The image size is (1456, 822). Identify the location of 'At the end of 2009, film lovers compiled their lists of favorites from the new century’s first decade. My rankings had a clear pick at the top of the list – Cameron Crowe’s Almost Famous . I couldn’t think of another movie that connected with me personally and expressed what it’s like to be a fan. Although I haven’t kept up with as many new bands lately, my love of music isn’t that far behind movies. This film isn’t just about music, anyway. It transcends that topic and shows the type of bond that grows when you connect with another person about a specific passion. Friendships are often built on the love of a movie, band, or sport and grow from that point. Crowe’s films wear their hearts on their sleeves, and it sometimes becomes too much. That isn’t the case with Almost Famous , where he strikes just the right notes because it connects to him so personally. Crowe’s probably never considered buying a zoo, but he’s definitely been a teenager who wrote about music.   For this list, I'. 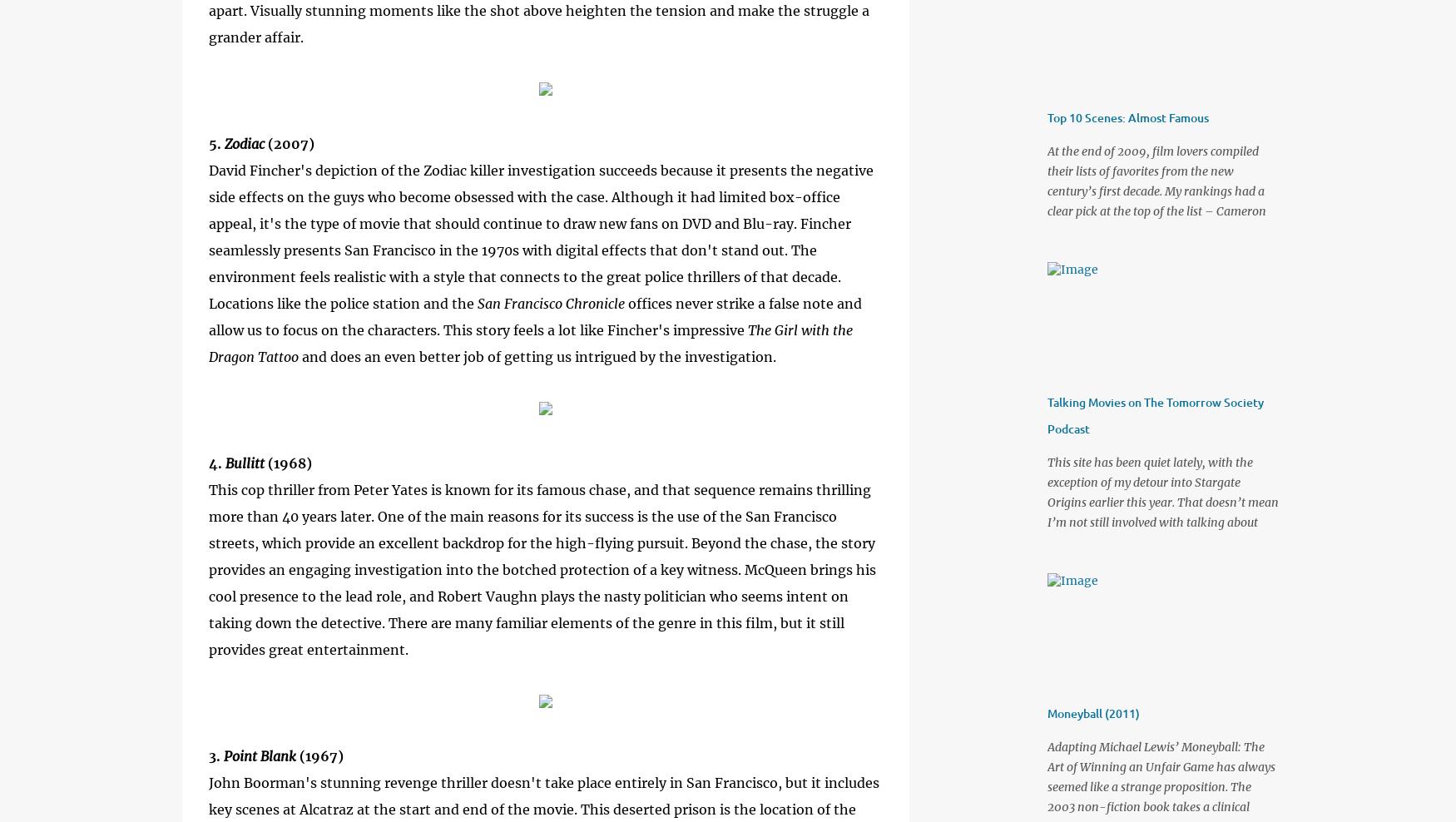
(1046, 381).